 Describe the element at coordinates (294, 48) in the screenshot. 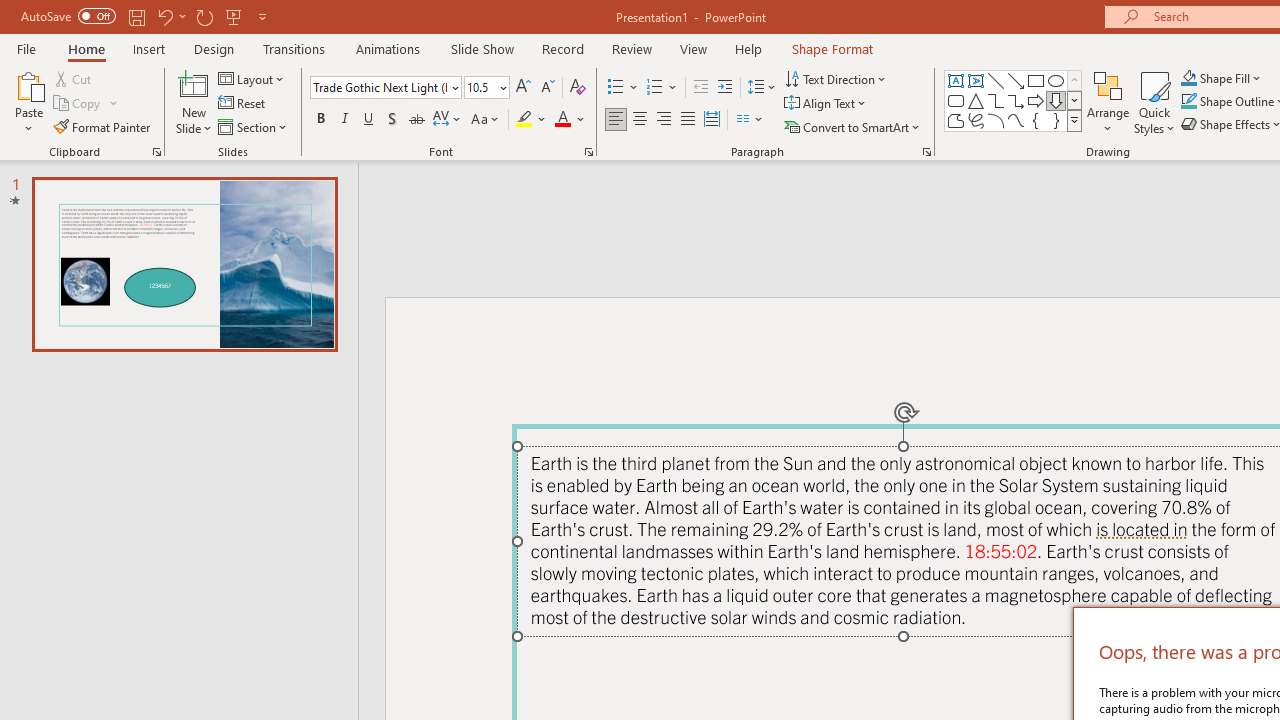

I see `'Transitions'` at that location.